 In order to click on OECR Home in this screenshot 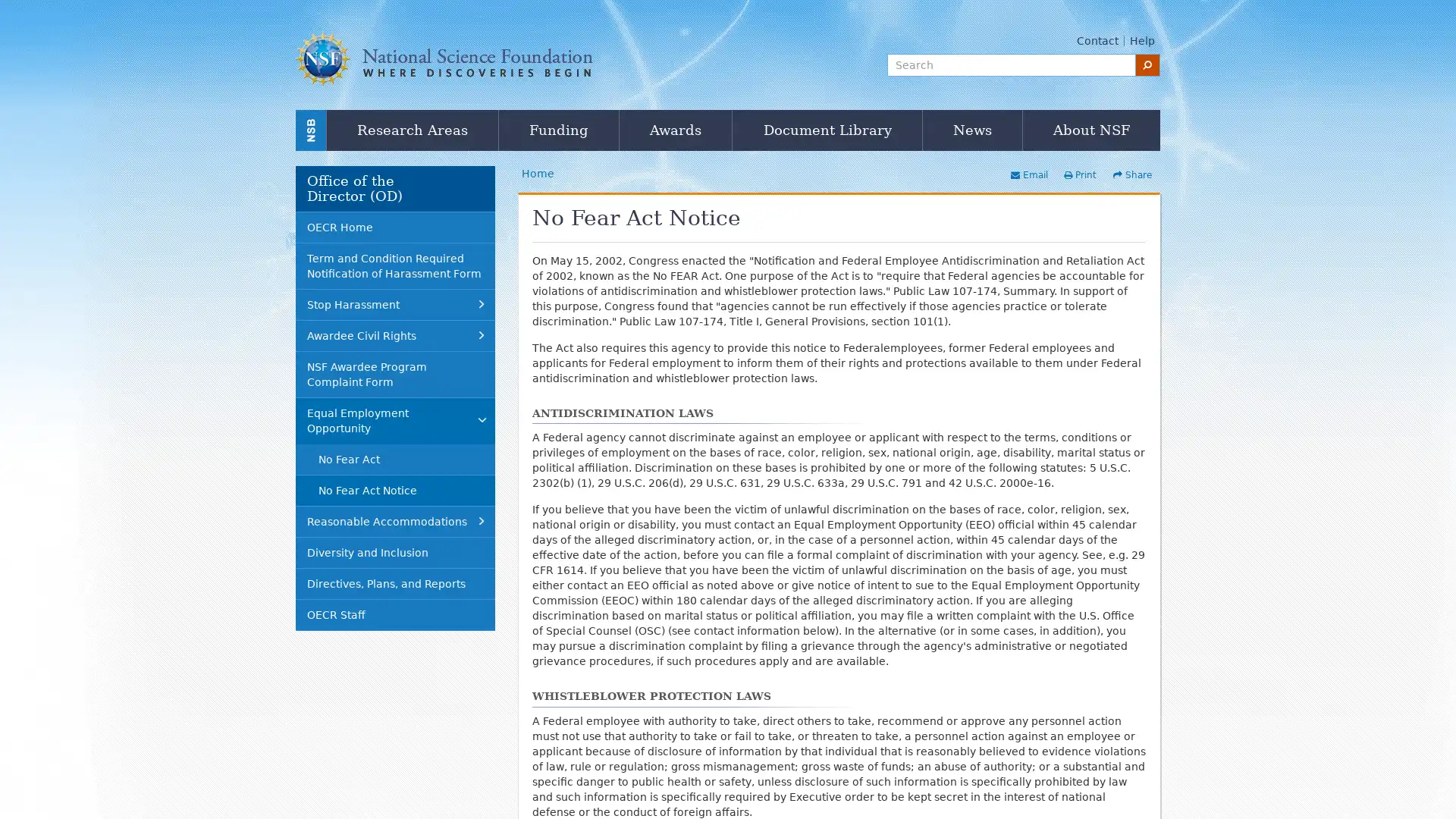, I will do `click(395, 227)`.